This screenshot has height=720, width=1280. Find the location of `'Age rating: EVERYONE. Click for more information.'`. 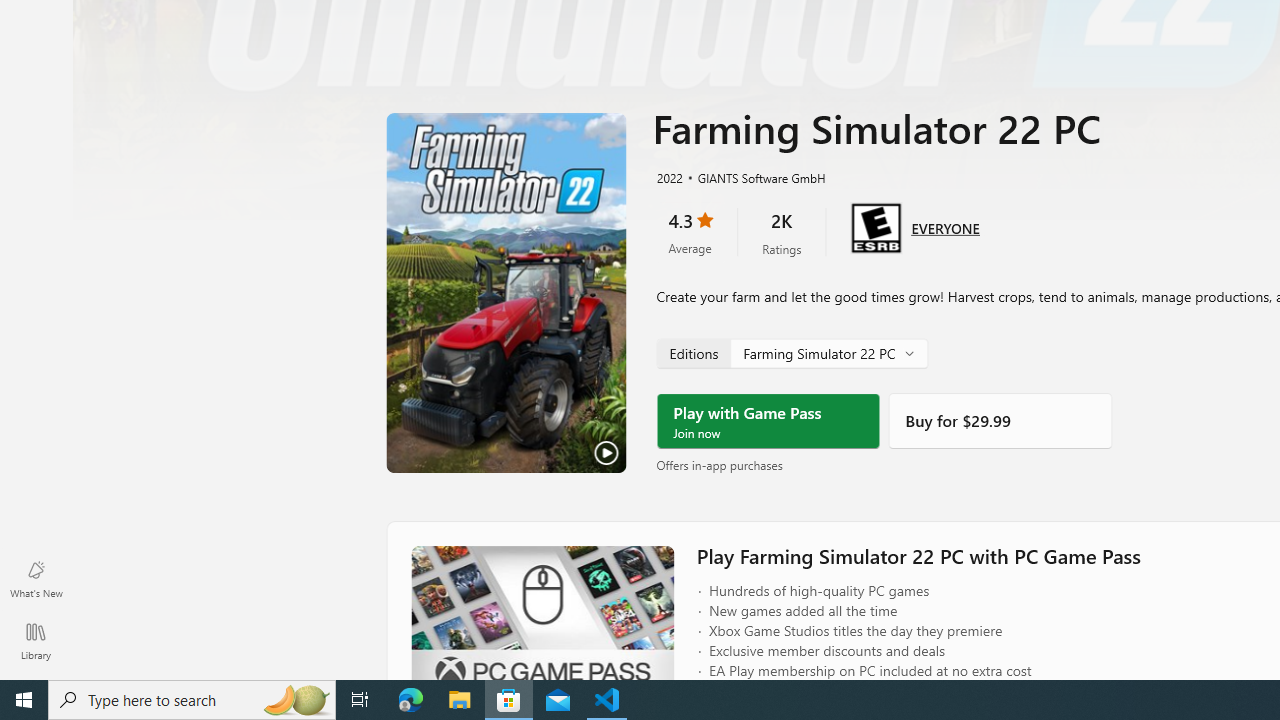

'Age rating: EVERYONE. Click for more information.' is located at coordinates (944, 225).